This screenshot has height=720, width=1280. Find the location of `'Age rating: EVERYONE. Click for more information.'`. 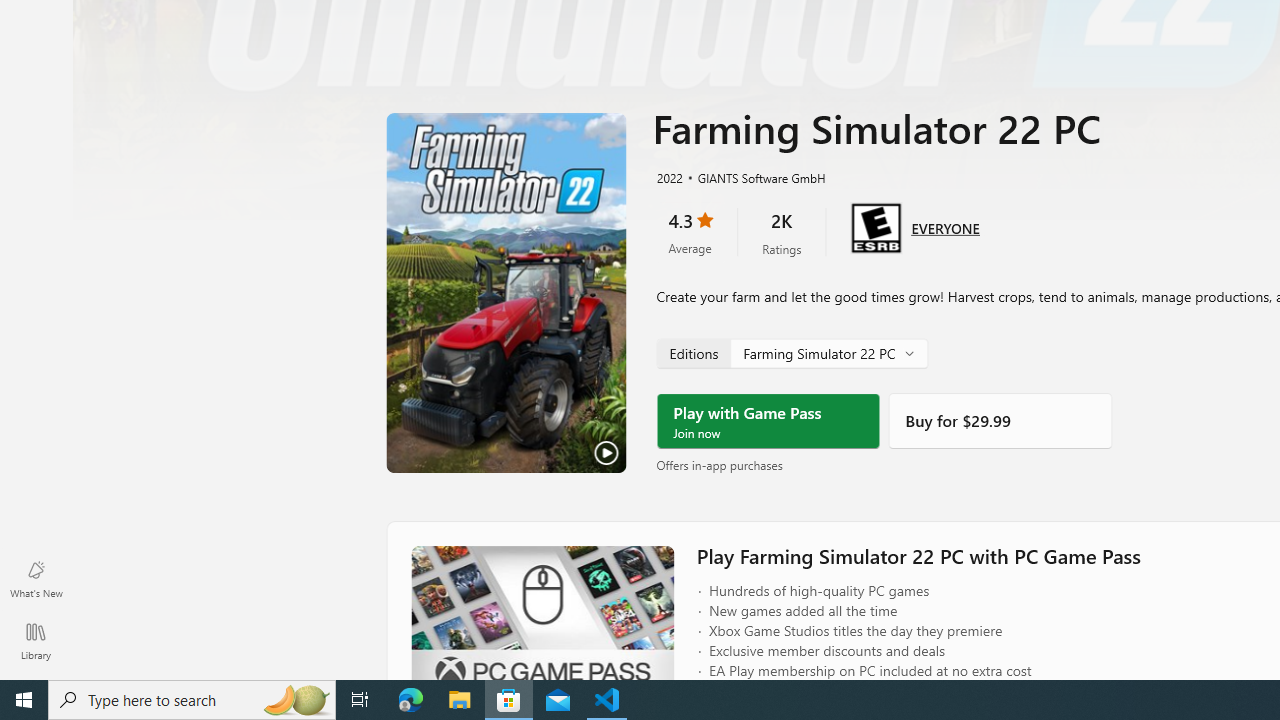

'Age rating: EVERYONE. Click for more information.' is located at coordinates (944, 225).